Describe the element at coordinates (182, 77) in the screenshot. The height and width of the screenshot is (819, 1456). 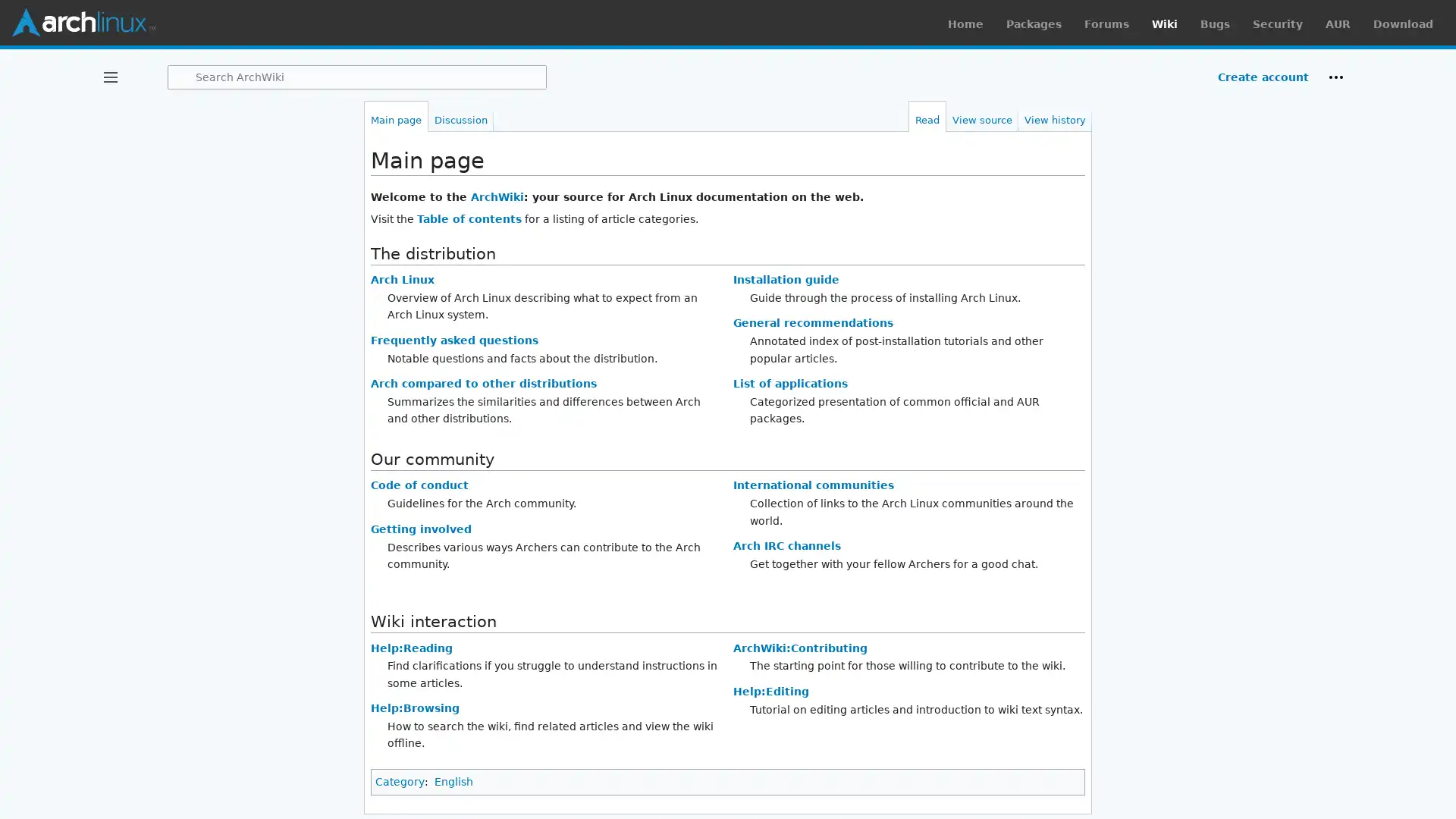
I see `Go` at that location.